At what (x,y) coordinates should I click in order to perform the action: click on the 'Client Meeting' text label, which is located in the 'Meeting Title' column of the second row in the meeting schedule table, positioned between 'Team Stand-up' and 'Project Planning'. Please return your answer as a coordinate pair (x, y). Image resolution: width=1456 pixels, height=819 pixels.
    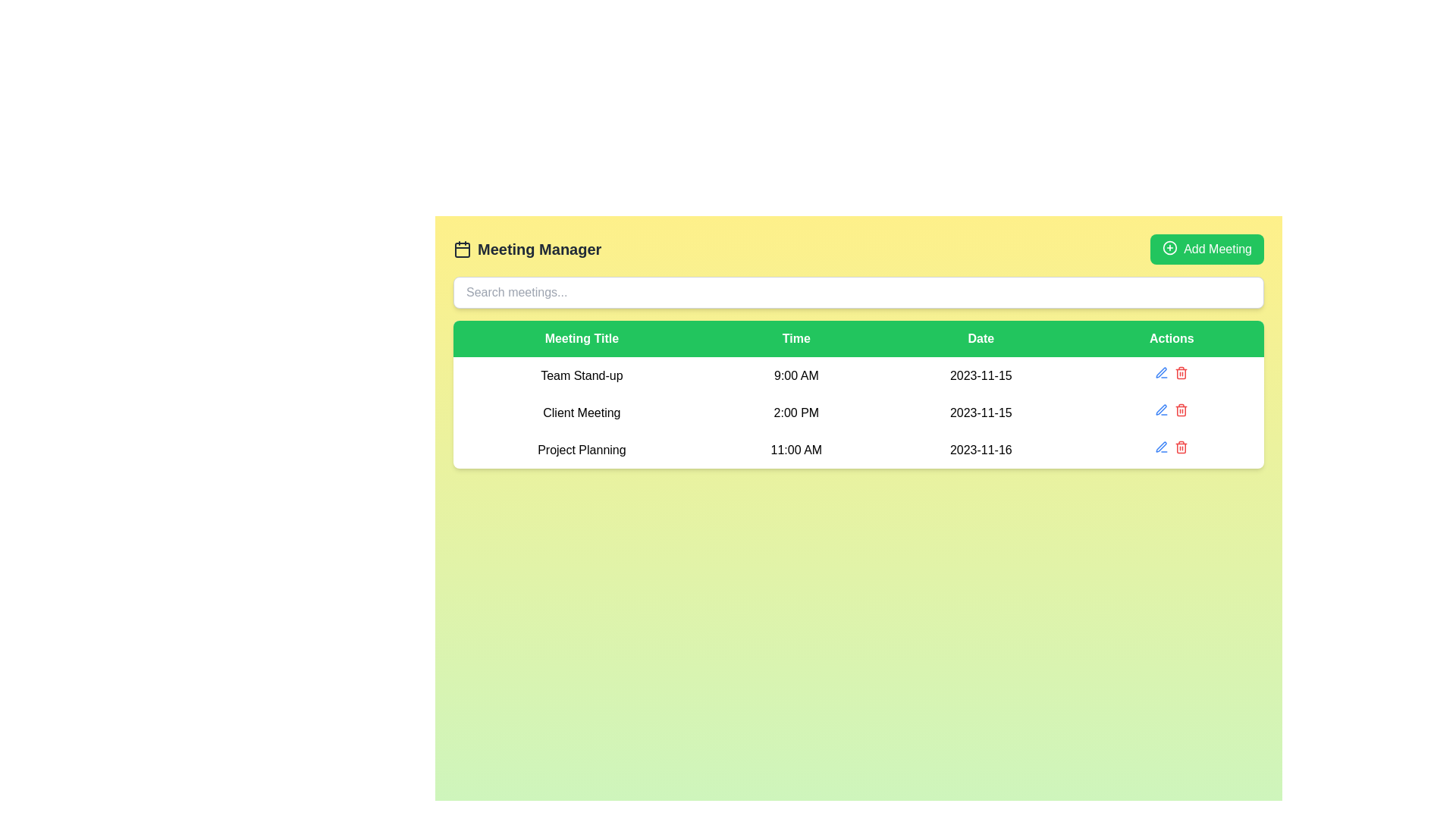
    Looking at the image, I should click on (581, 413).